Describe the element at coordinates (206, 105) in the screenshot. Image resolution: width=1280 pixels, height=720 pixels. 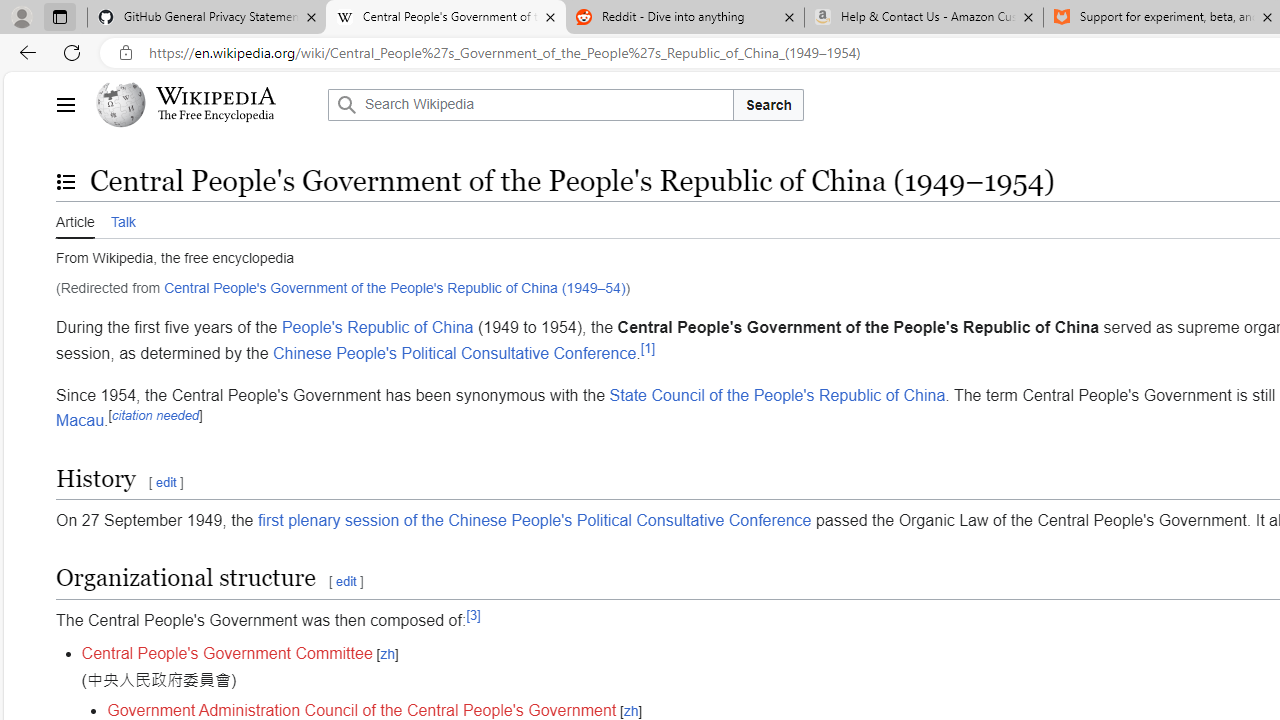
I see `'Wikipedia The Free Encyclopedia'` at that location.